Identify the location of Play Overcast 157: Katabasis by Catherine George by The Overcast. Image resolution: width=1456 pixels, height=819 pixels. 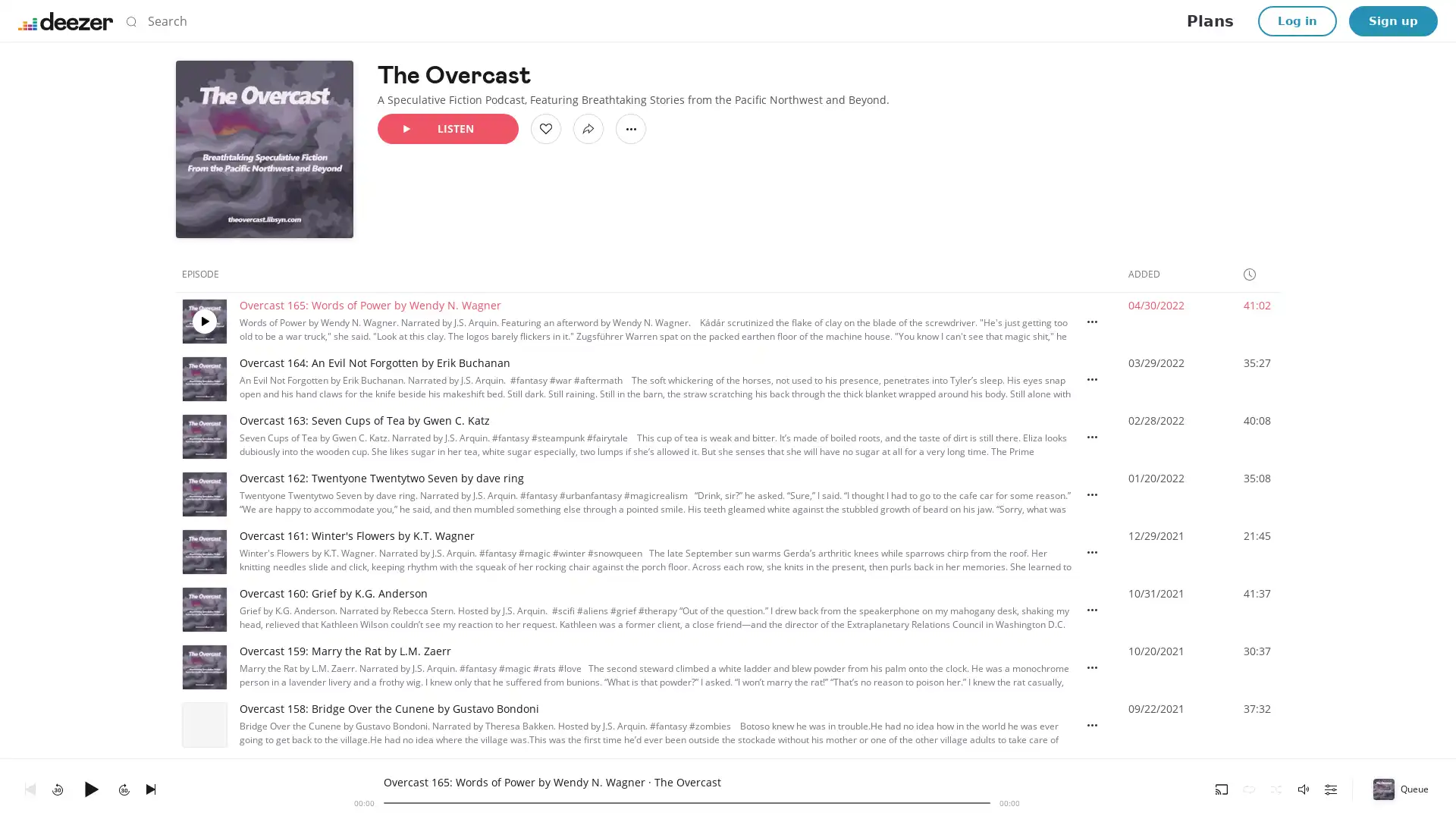
(203, 783).